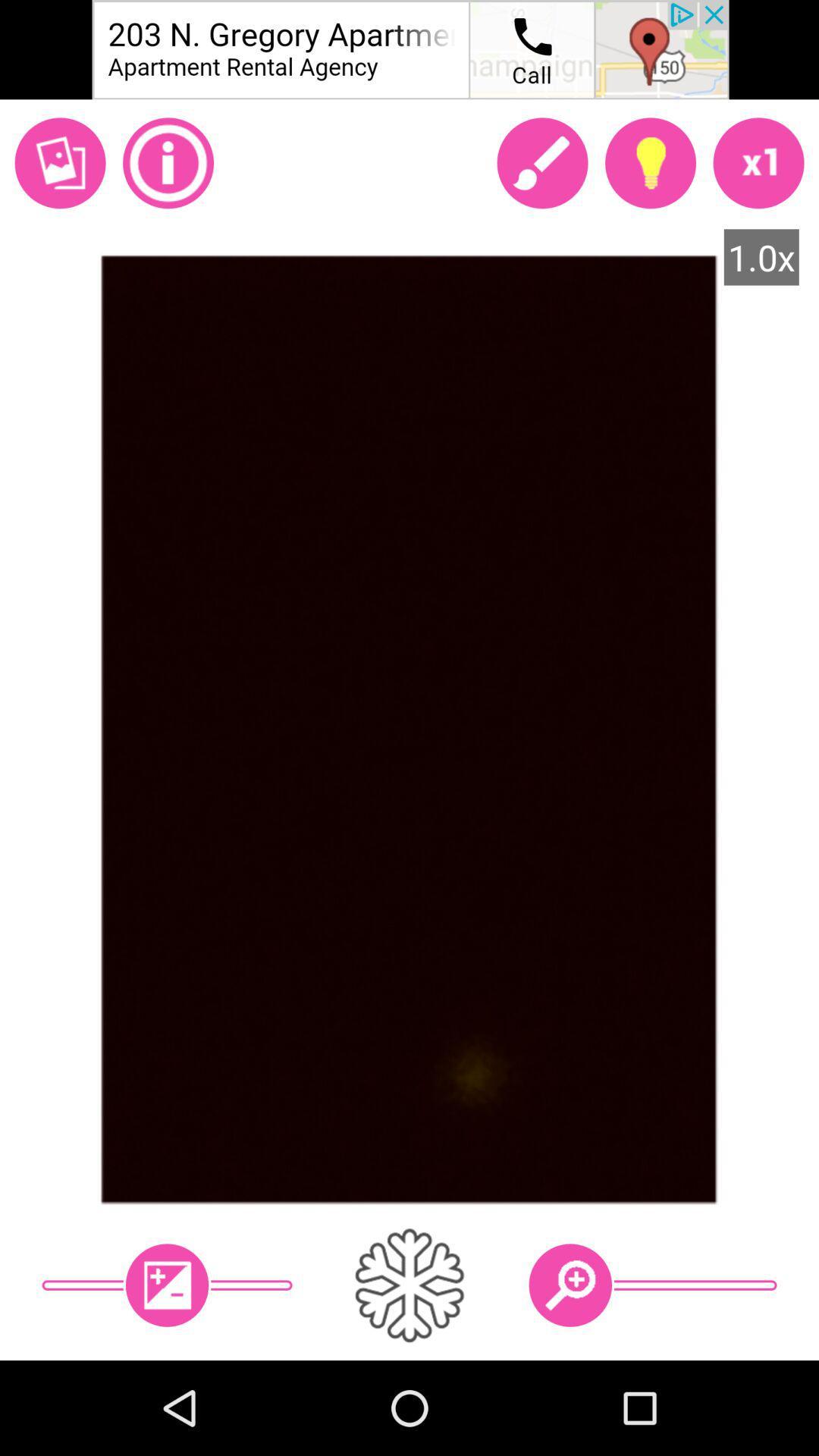 The image size is (819, 1456). Describe the element at coordinates (59, 163) in the screenshot. I see `the wallpaper icon` at that location.